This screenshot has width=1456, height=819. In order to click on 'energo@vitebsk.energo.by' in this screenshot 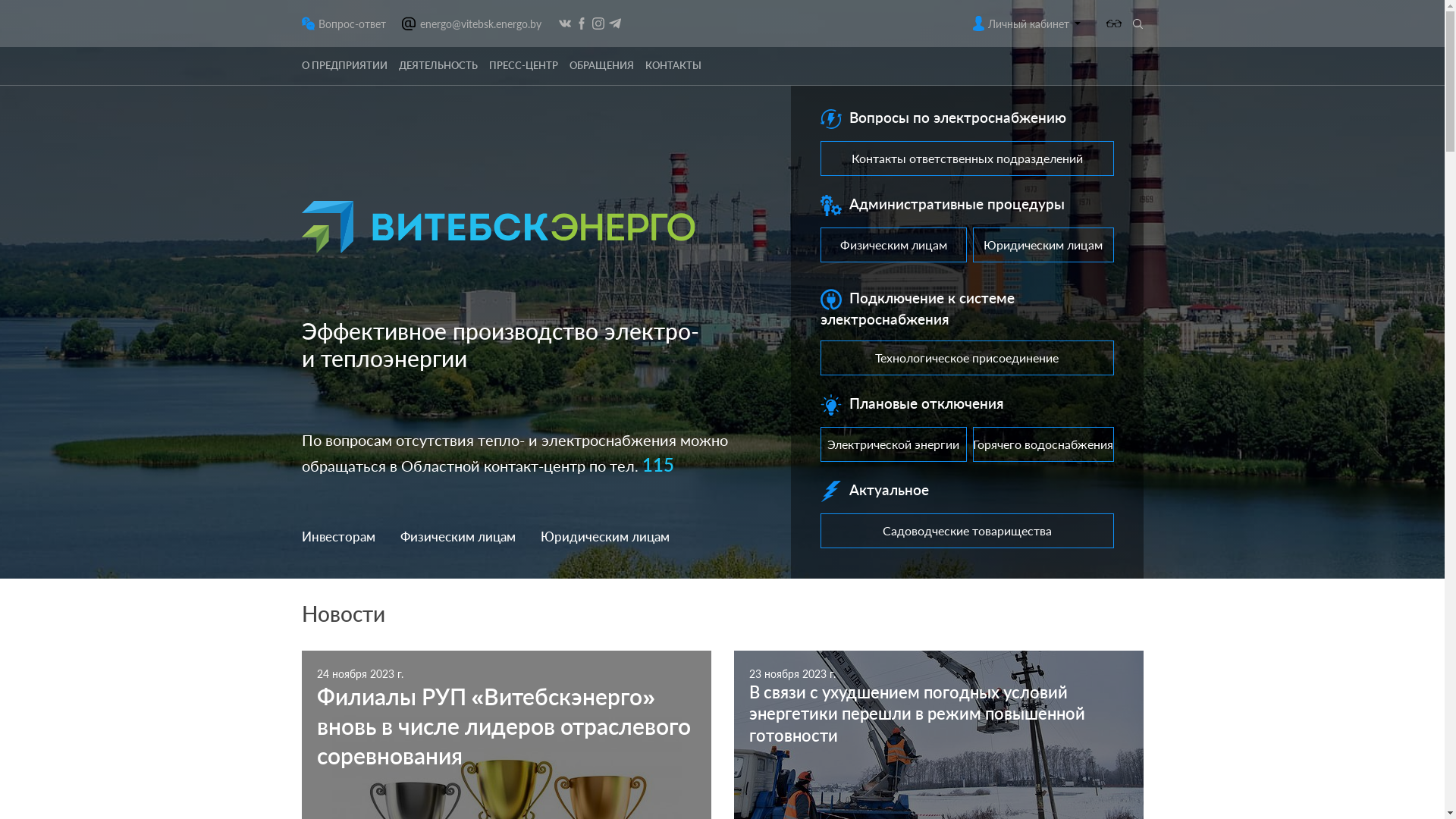, I will do `click(479, 23)`.